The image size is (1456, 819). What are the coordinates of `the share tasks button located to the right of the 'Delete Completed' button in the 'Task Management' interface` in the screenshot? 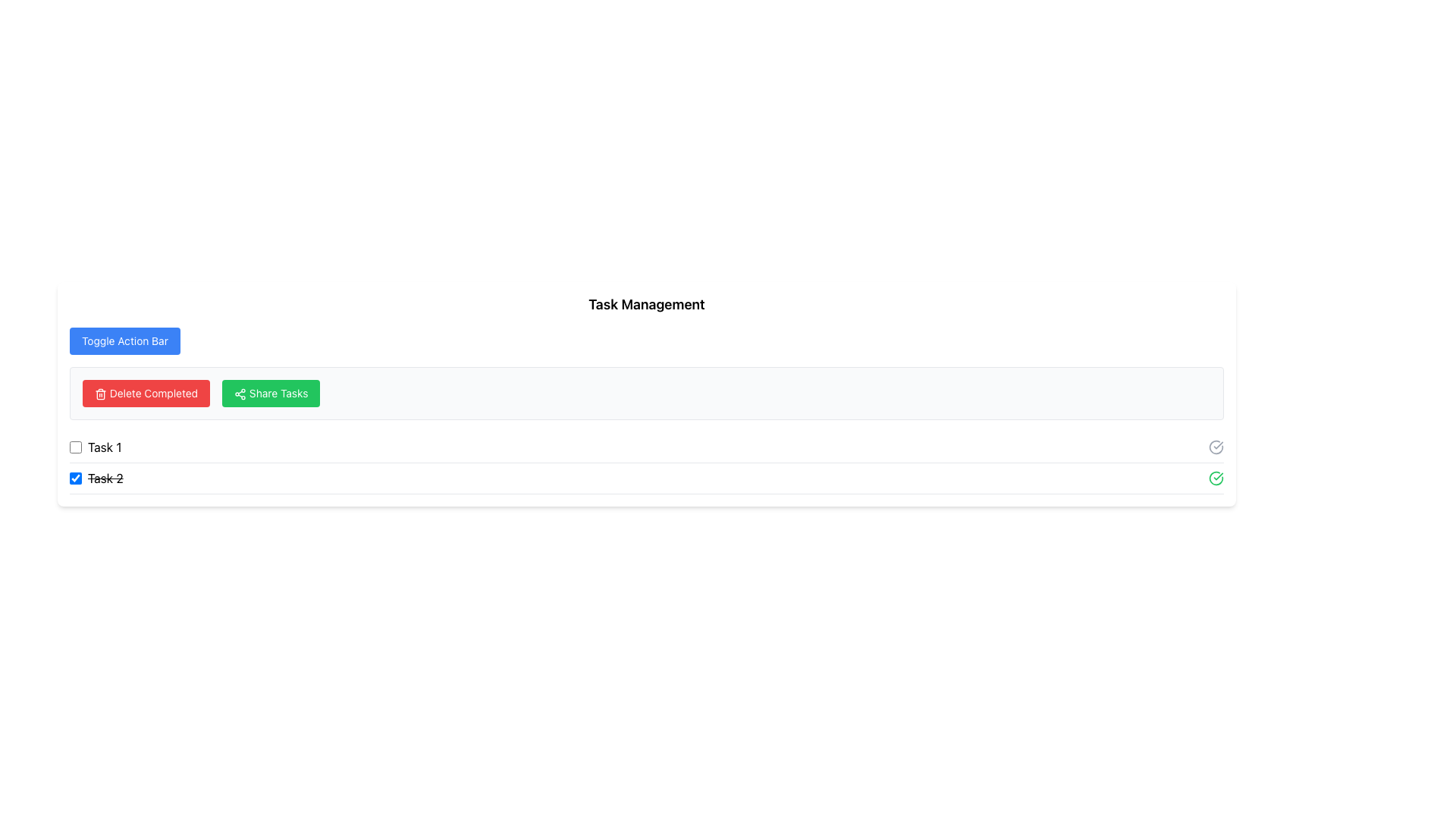 It's located at (271, 393).